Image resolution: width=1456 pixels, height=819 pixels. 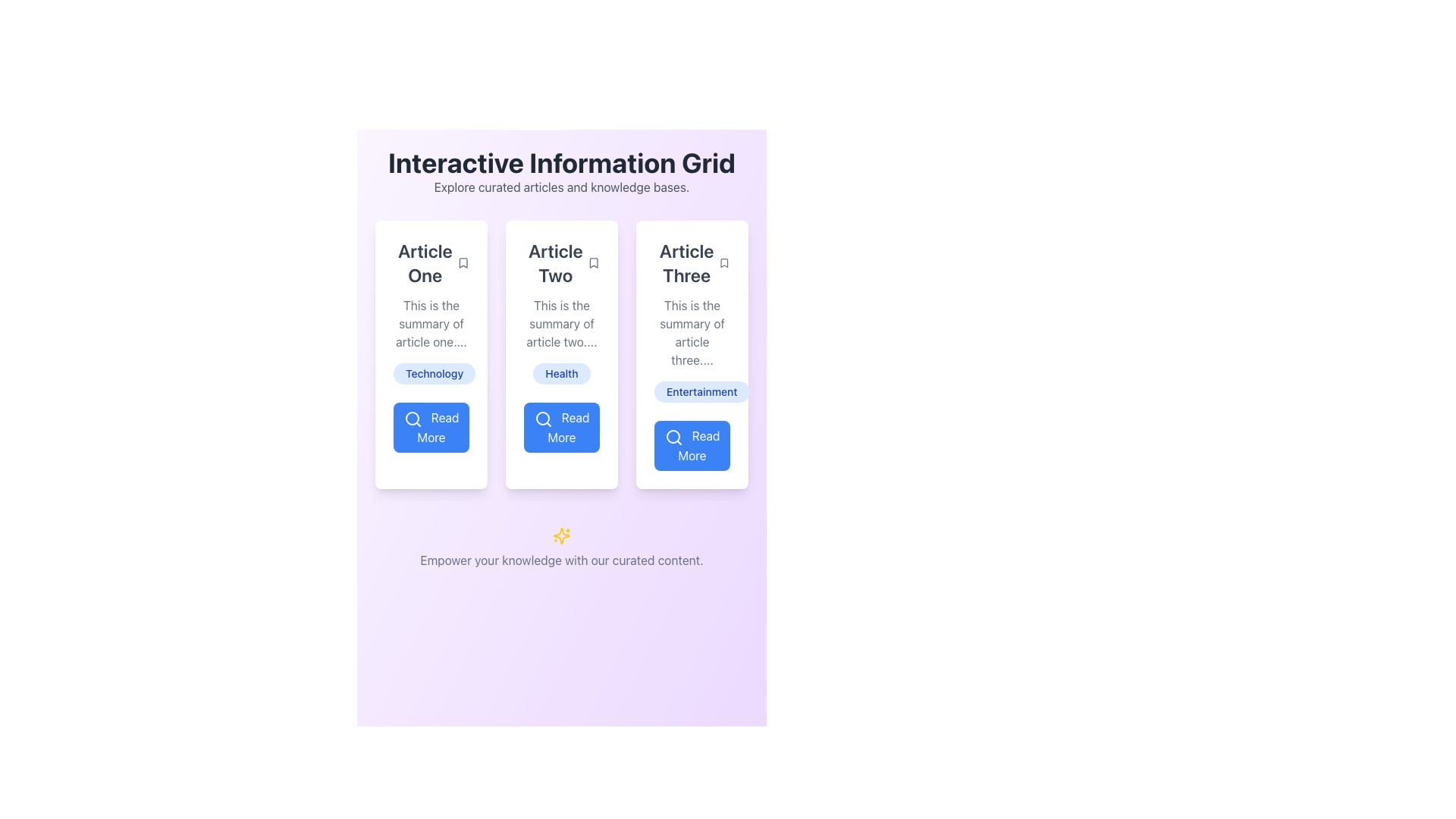 I want to click on the bookmark icon adjacent to the heading of 'Article One' to mark it, so click(x=431, y=262).